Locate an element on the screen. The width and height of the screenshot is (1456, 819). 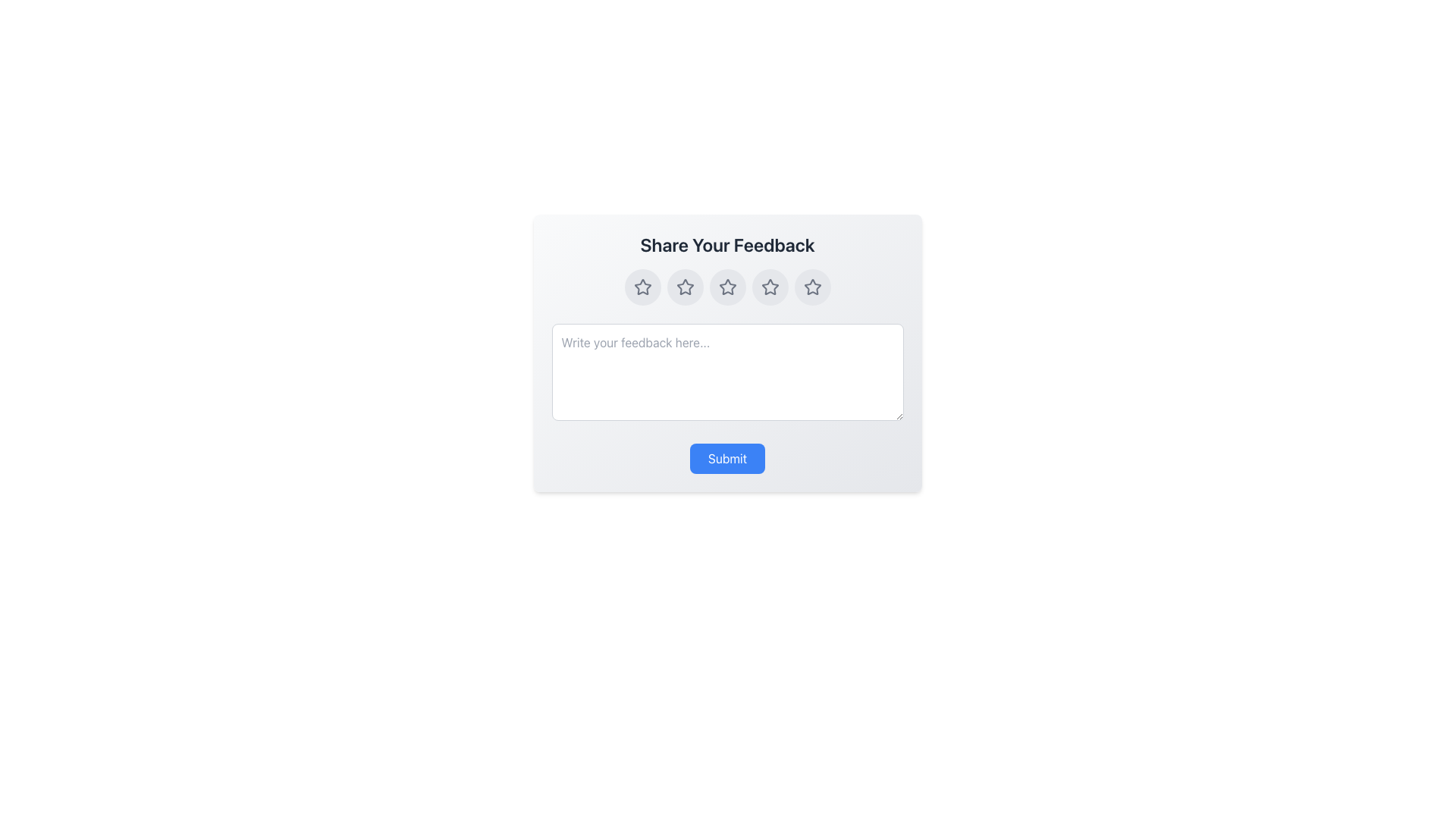
the second star-shaped icon in the rating functionality, which is outlined in light gray is located at coordinates (684, 287).